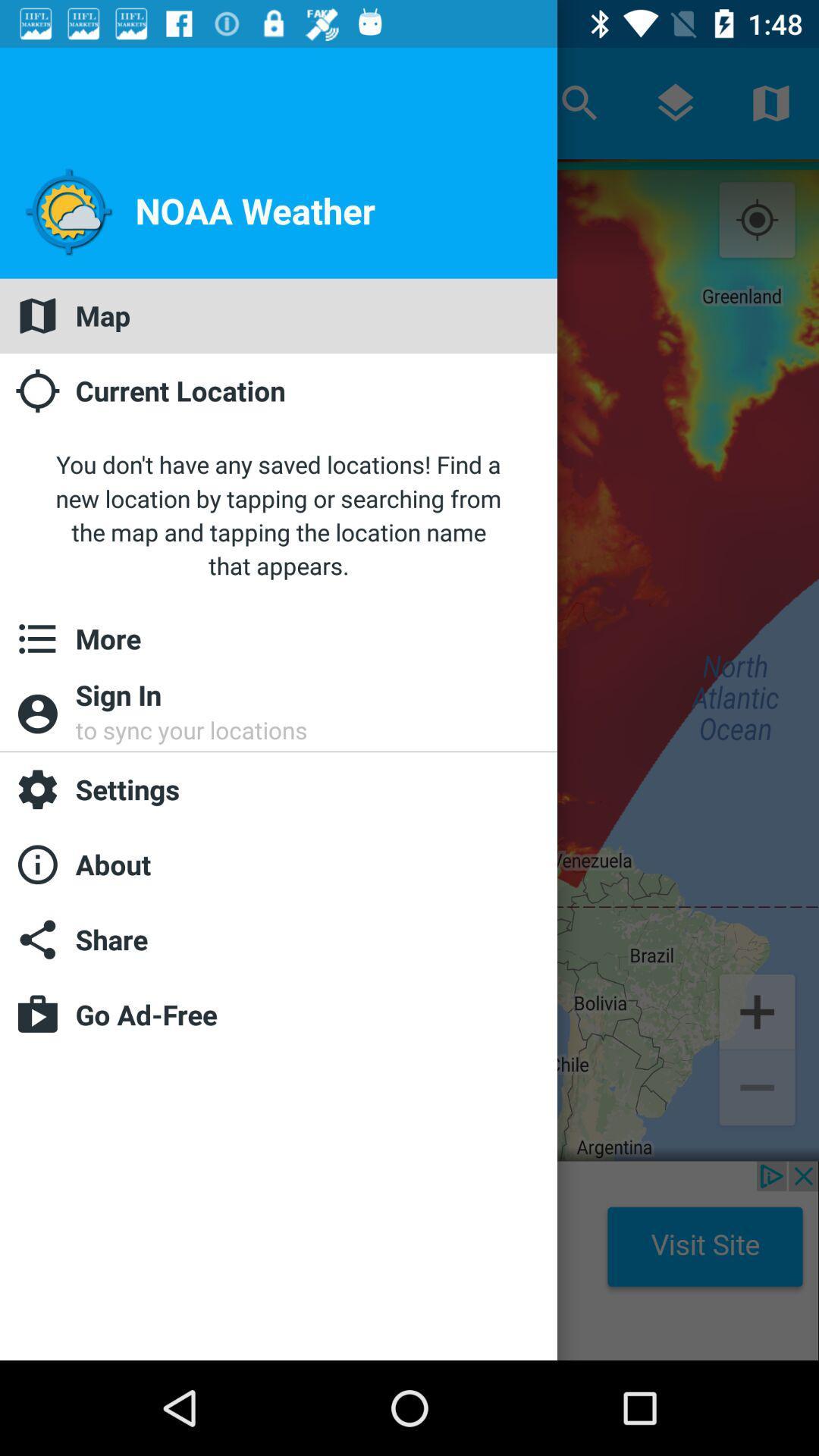  I want to click on the add icon, so click(757, 1010).